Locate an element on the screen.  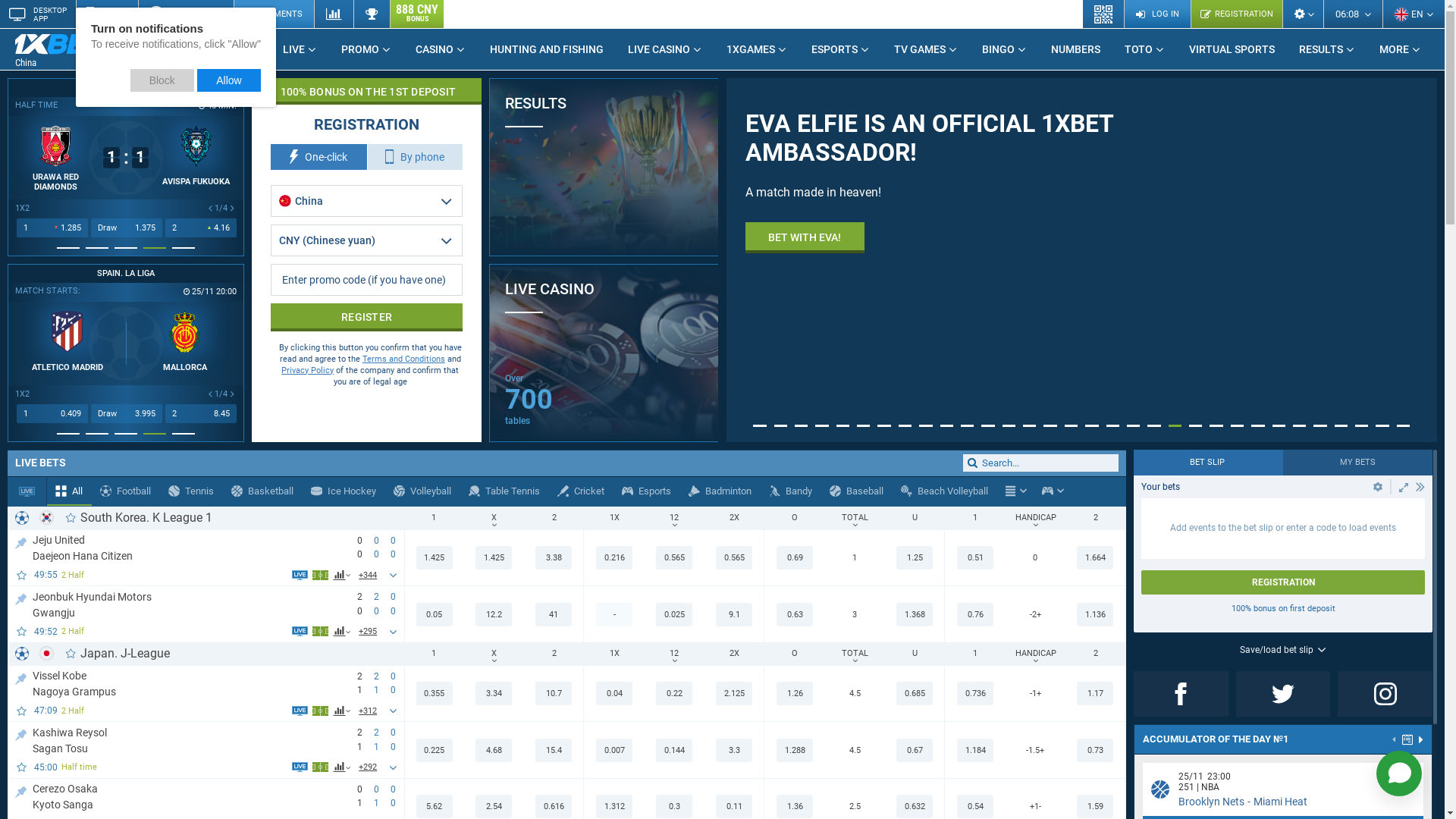
'Save/load bet slip' is located at coordinates (1282, 648).